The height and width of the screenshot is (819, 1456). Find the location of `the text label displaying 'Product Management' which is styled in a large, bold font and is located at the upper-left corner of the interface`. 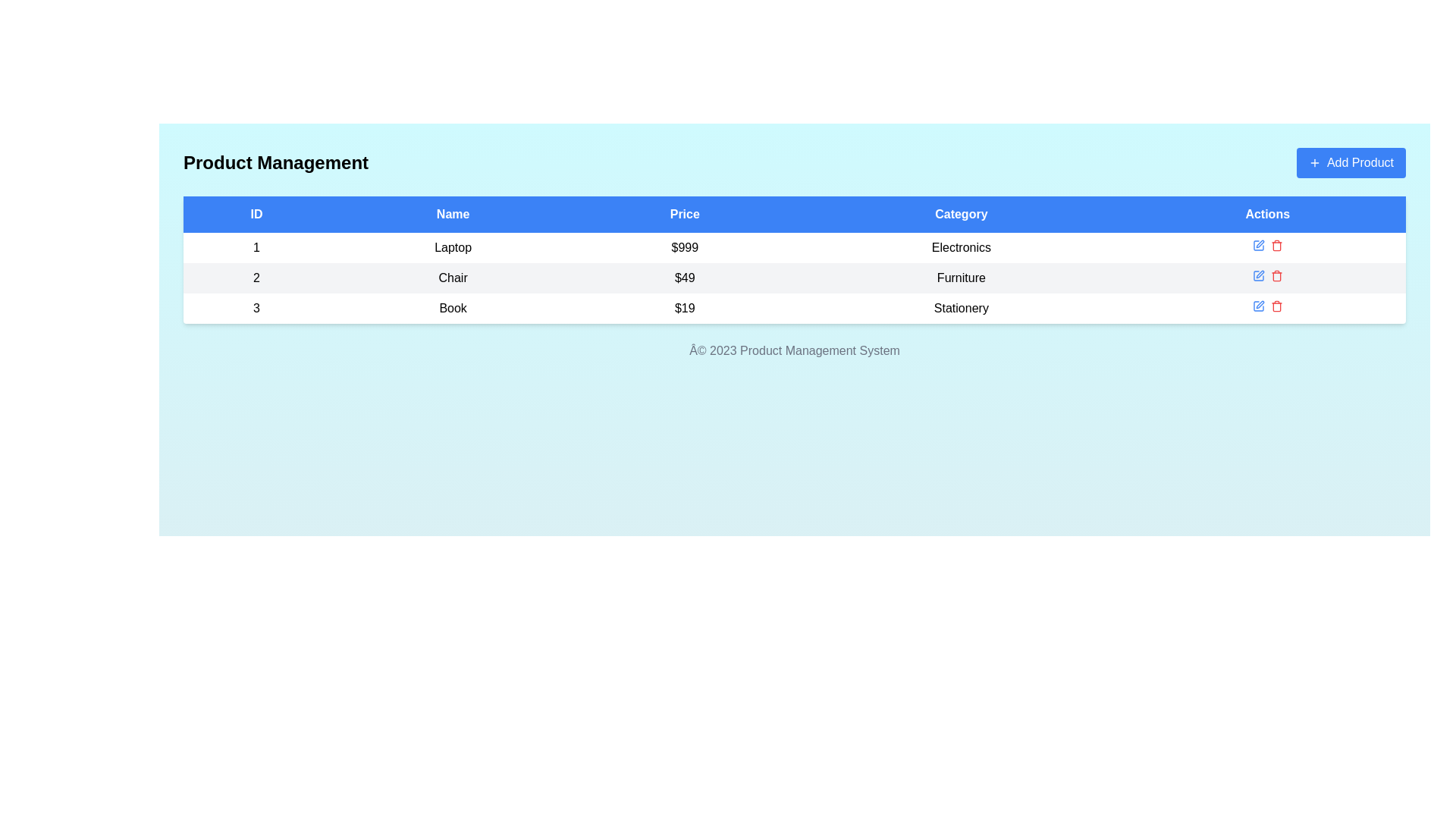

the text label displaying 'Product Management' which is styled in a large, bold font and is located at the upper-left corner of the interface is located at coordinates (276, 163).